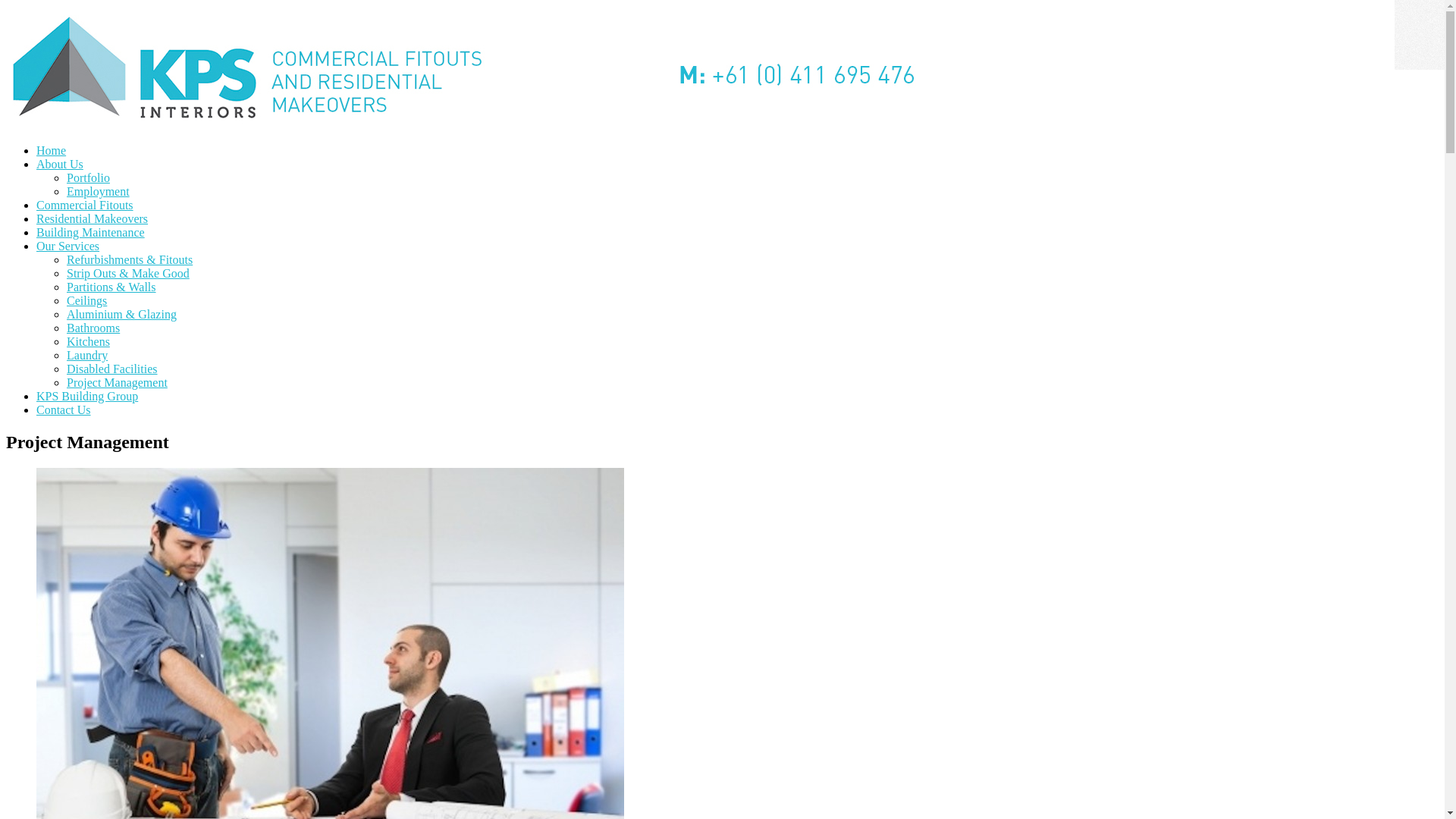 This screenshot has height=819, width=1456. What do you see at coordinates (86, 300) in the screenshot?
I see `'Ceilings'` at bounding box center [86, 300].